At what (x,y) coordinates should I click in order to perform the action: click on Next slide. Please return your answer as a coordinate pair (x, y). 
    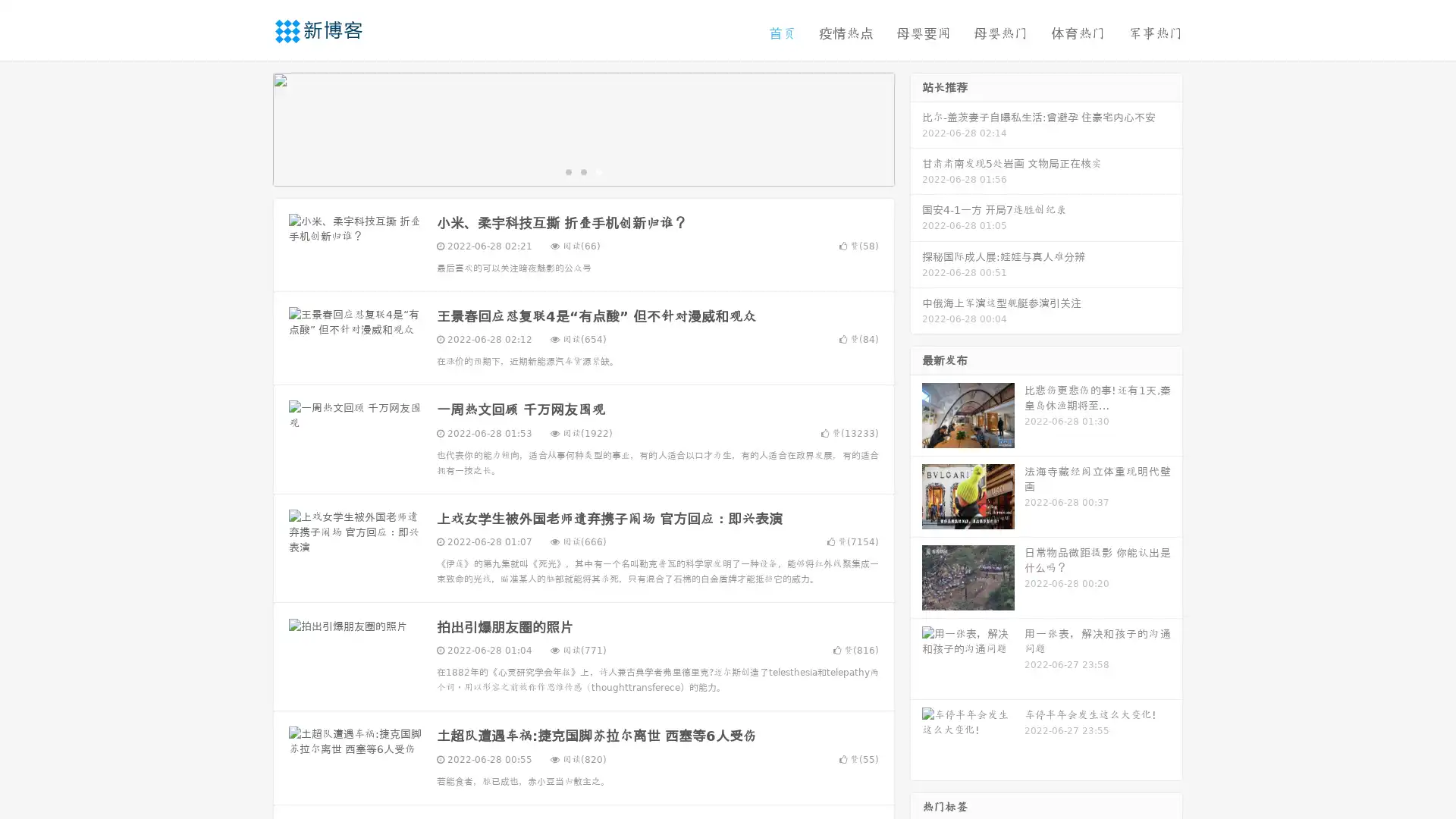
    Looking at the image, I should click on (916, 127).